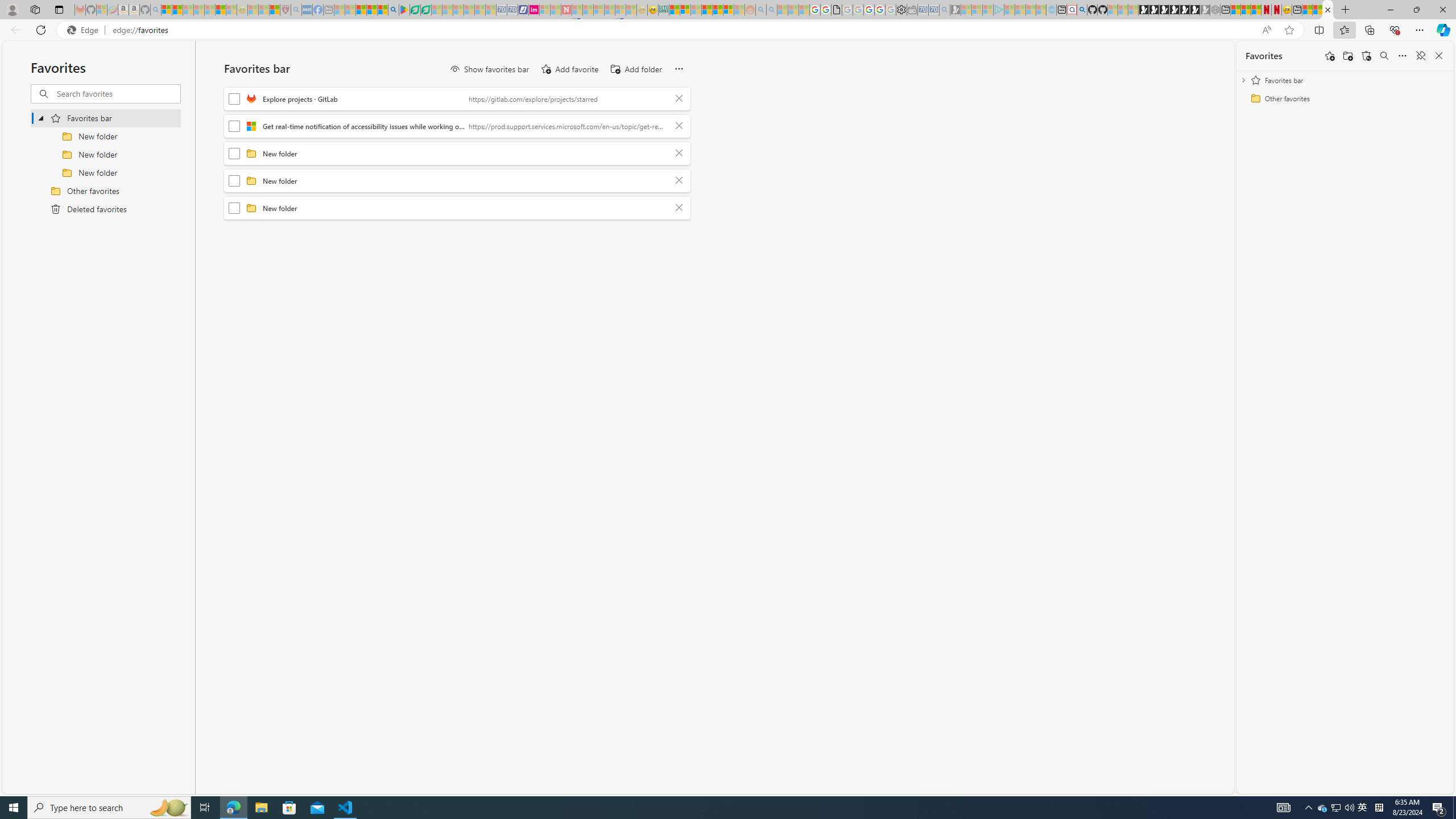 Image resolution: width=1456 pixels, height=819 pixels. What do you see at coordinates (1143, 9) in the screenshot?
I see `'Play Free Online Games | Games from Microsoft Start'` at bounding box center [1143, 9].